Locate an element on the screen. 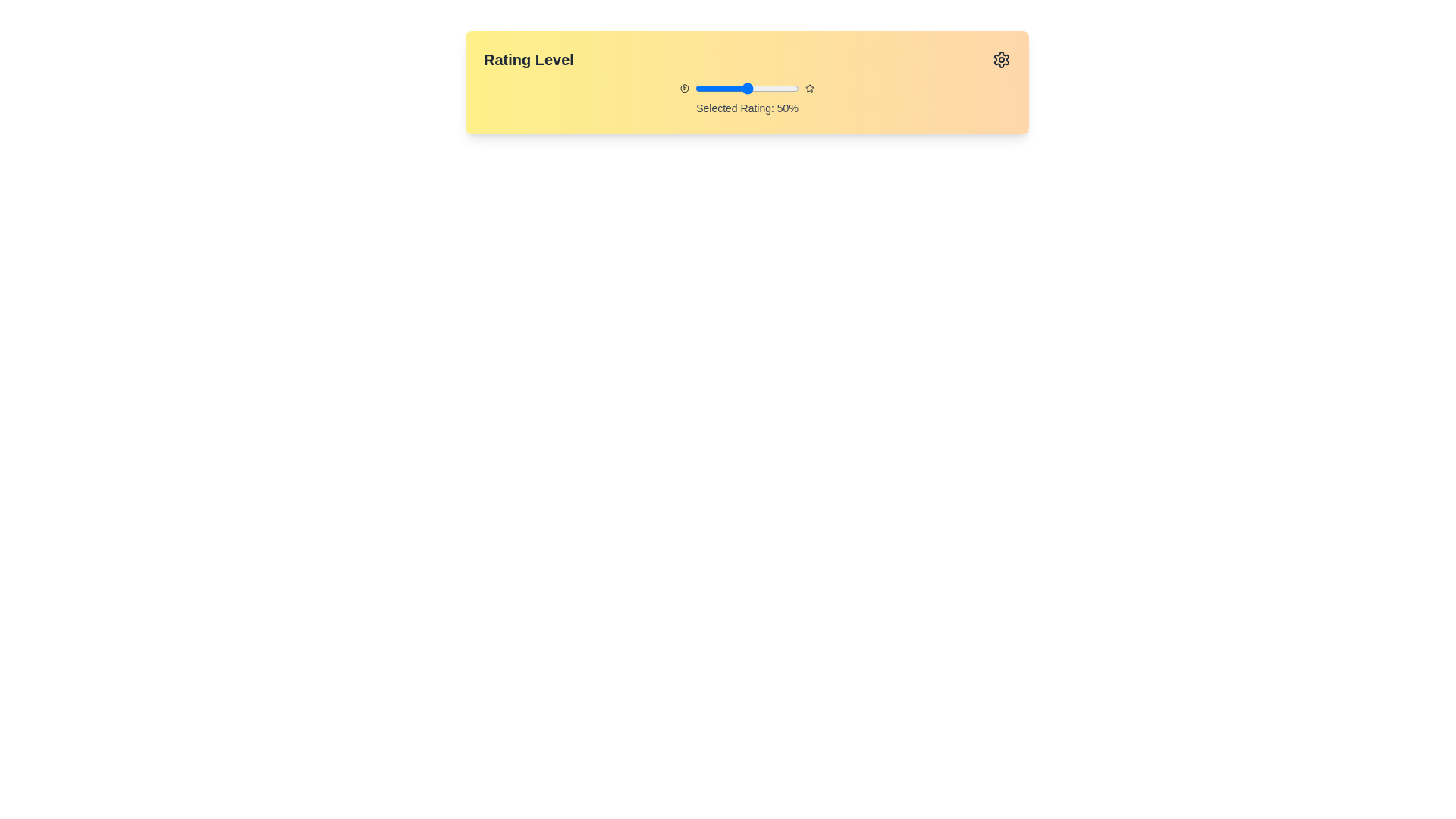  the rightmost icon in the horizontal arrangement of icons and controls, which is likely used for rating or star-based interactions is located at coordinates (808, 88).